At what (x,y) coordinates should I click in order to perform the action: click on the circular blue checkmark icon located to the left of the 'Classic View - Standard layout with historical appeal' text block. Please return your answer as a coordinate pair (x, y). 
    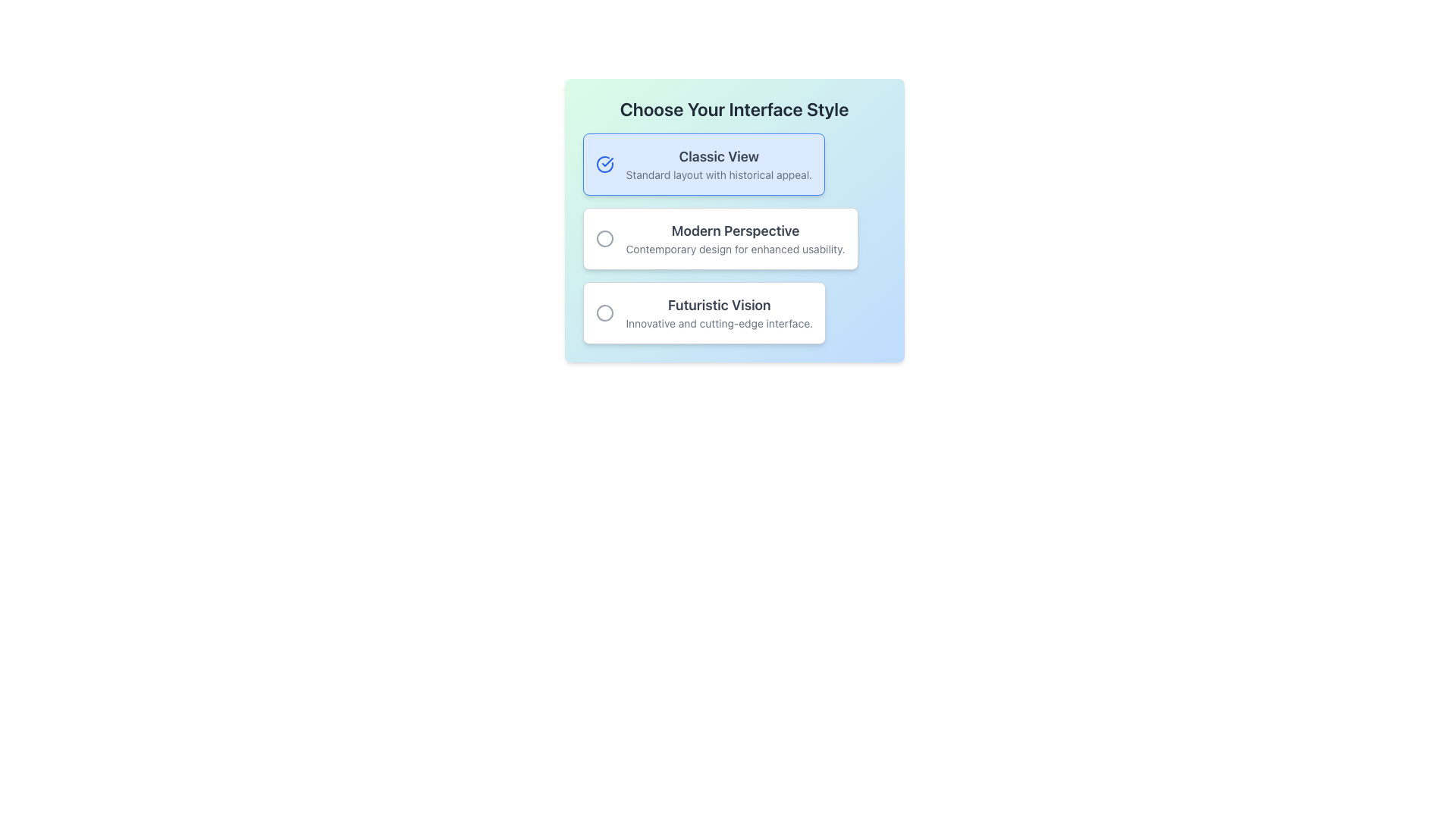
    Looking at the image, I should click on (604, 164).